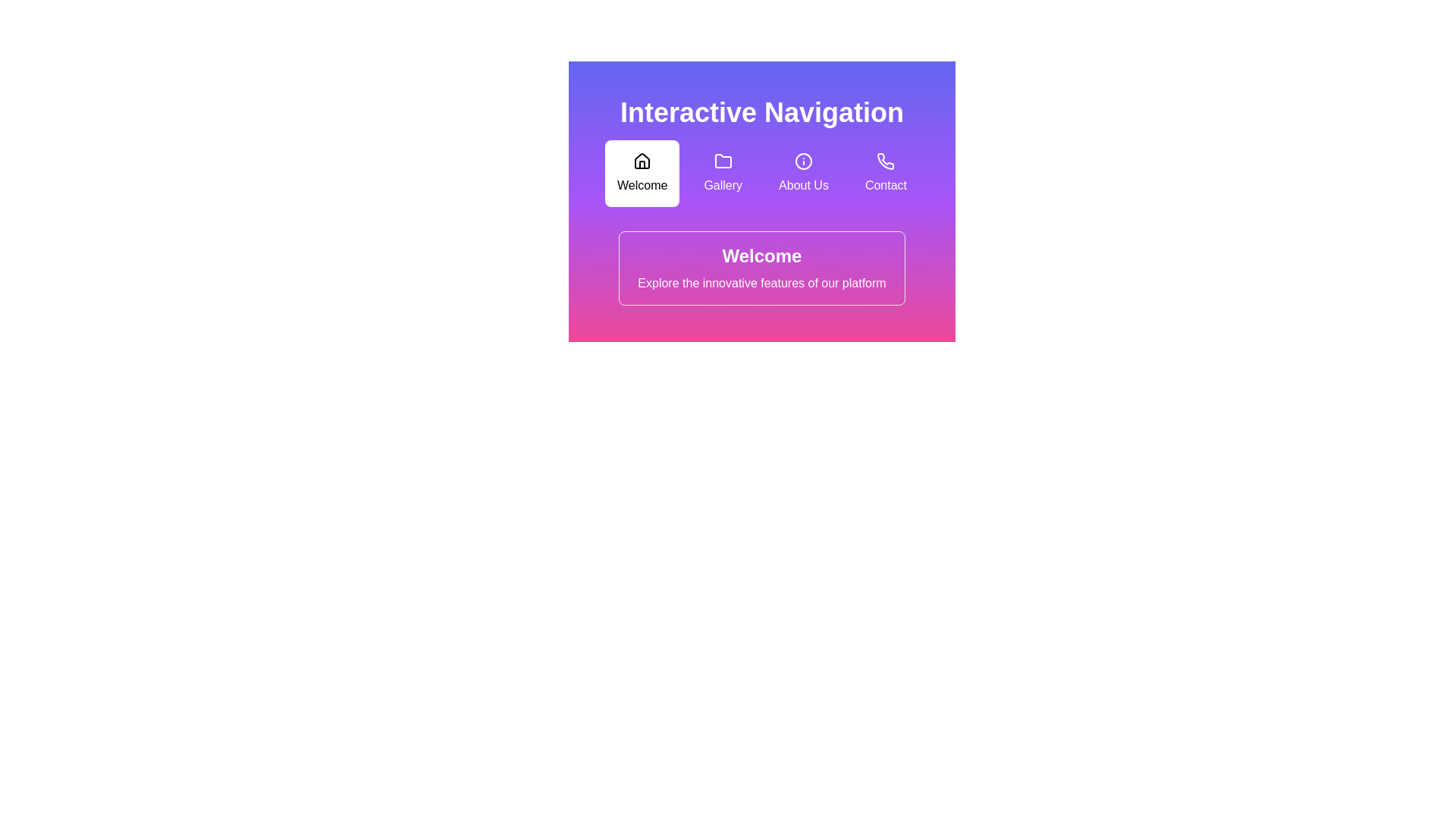 This screenshot has width=1456, height=819. I want to click on the circular 'About Us' icon located above the text 'About Us' in the upper section of the interface, so click(803, 161).